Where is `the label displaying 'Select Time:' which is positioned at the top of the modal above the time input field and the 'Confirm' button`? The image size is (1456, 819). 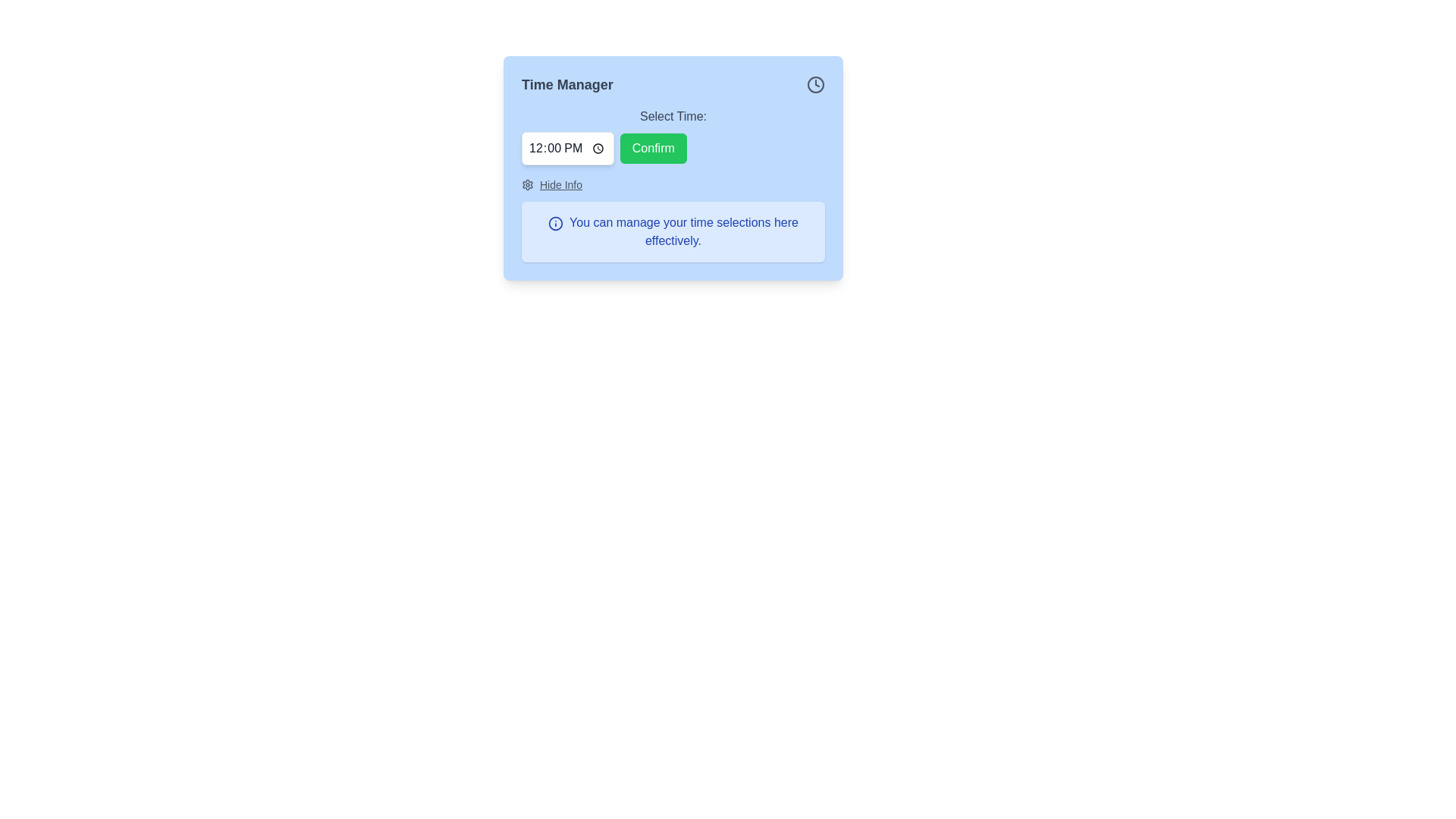 the label displaying 'Select Time:' which is positioned at the top of the modal above the time input field and the 'Confirm' button is located at coordinates (673, 116).